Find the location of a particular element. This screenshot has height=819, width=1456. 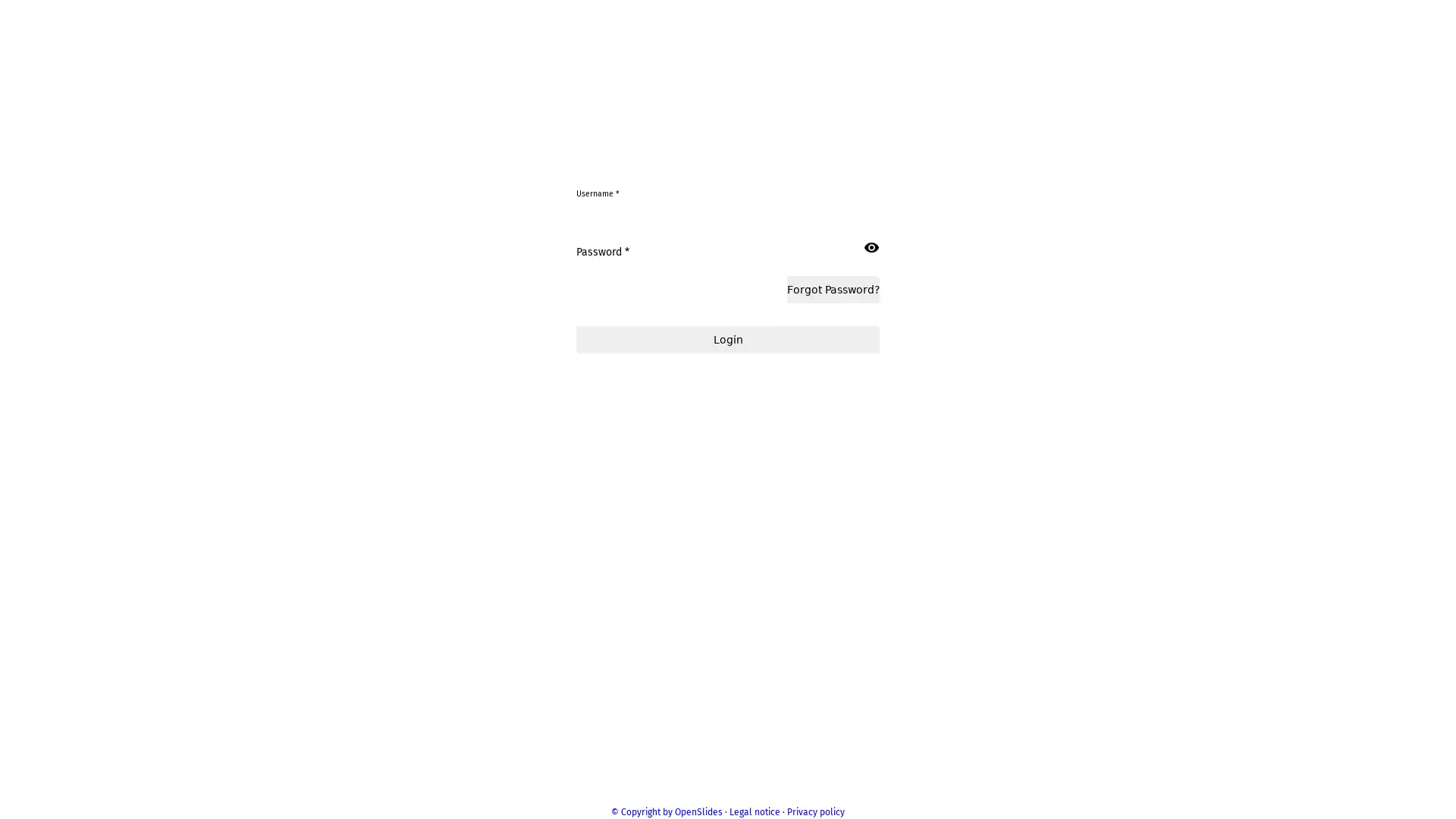

Login is located at coordinates (728, 476).